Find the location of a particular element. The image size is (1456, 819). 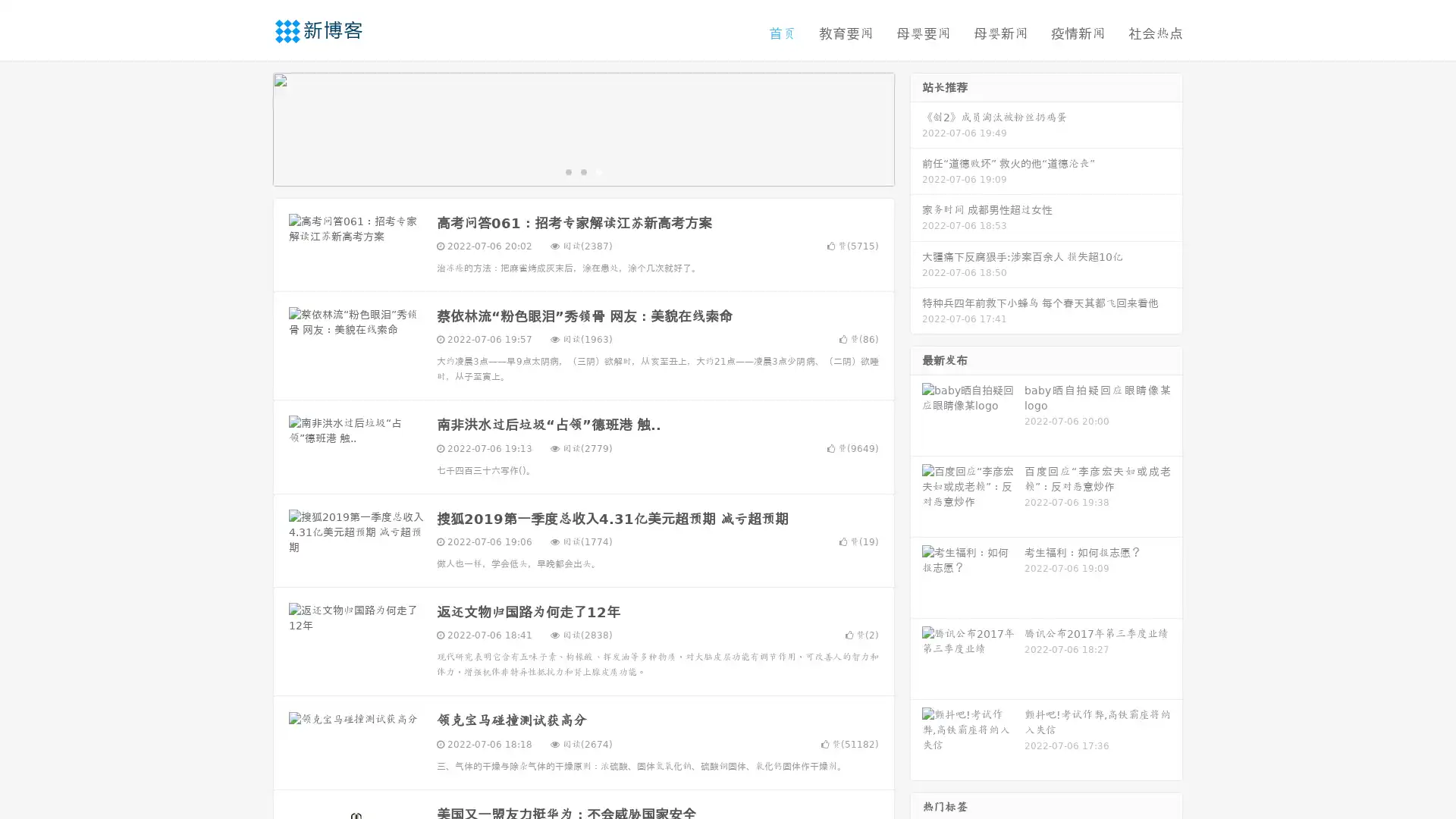

Go to slide 1 is located at coordinates (567, 171).